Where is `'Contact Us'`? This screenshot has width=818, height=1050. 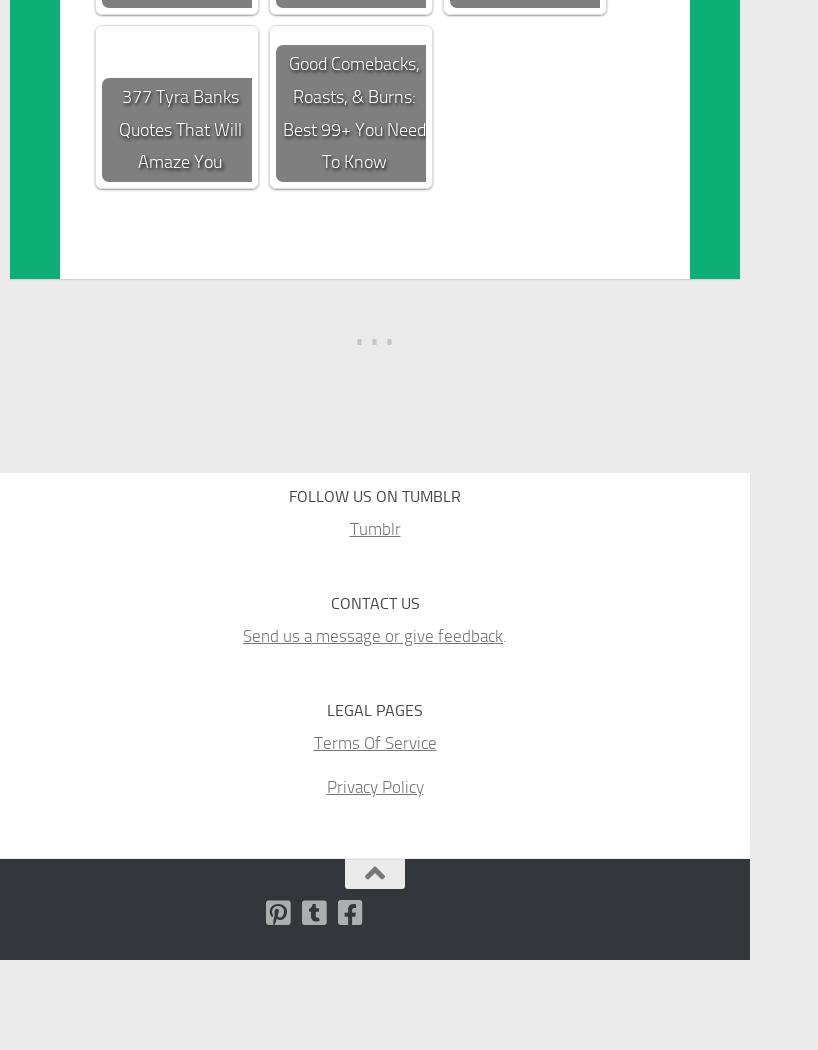
'Contact Us' is located at coordinates (374, 602).